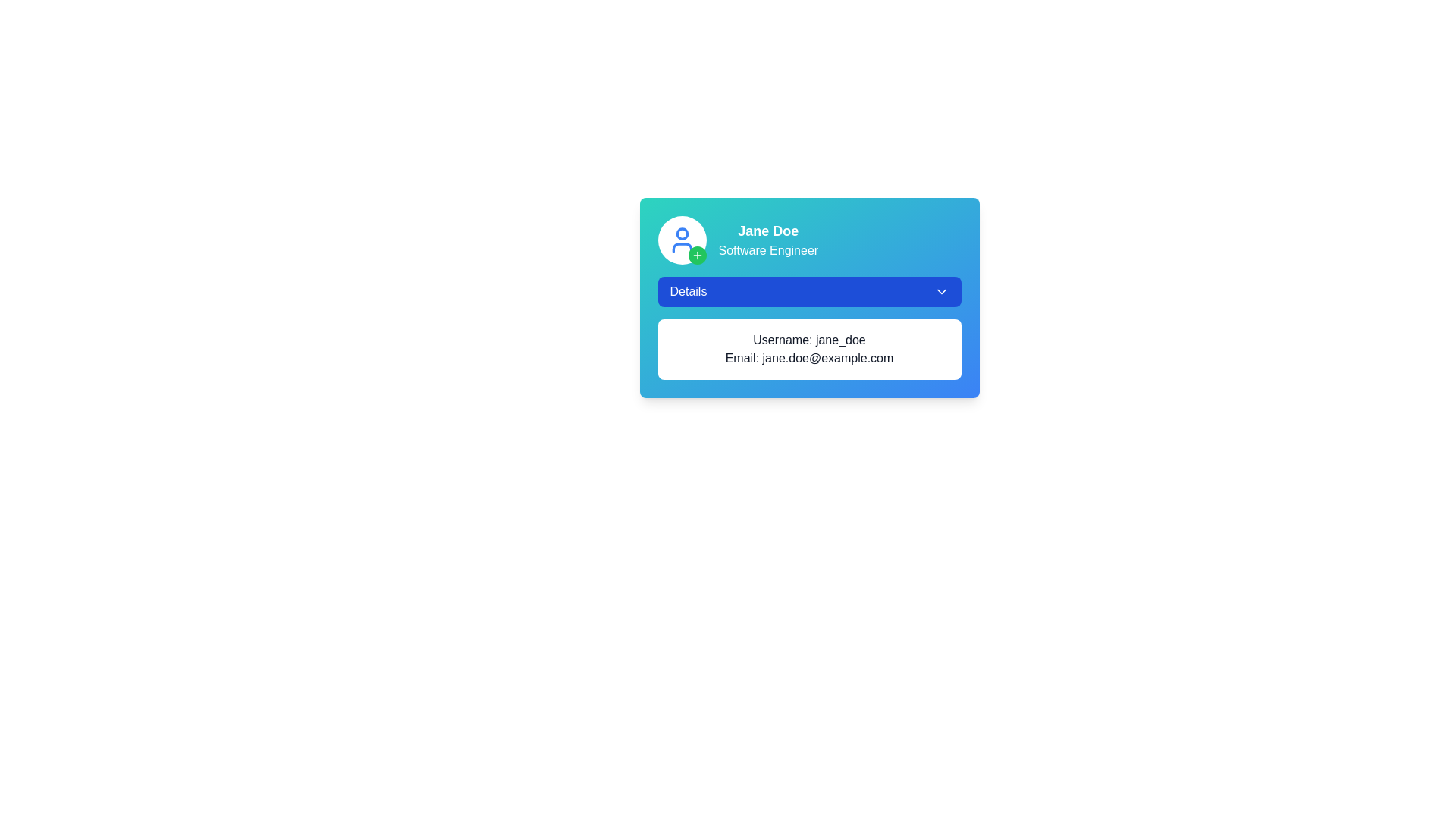 The height and width of the screenshot is (819, 1456). Describe the element at coordinates (808, 239) in the screenshot. I see `the profile information label, which includes a graphical icon and textual information about the user's name and job title, located at the top section of the centered card with a gradient blue-teal background` at that location.